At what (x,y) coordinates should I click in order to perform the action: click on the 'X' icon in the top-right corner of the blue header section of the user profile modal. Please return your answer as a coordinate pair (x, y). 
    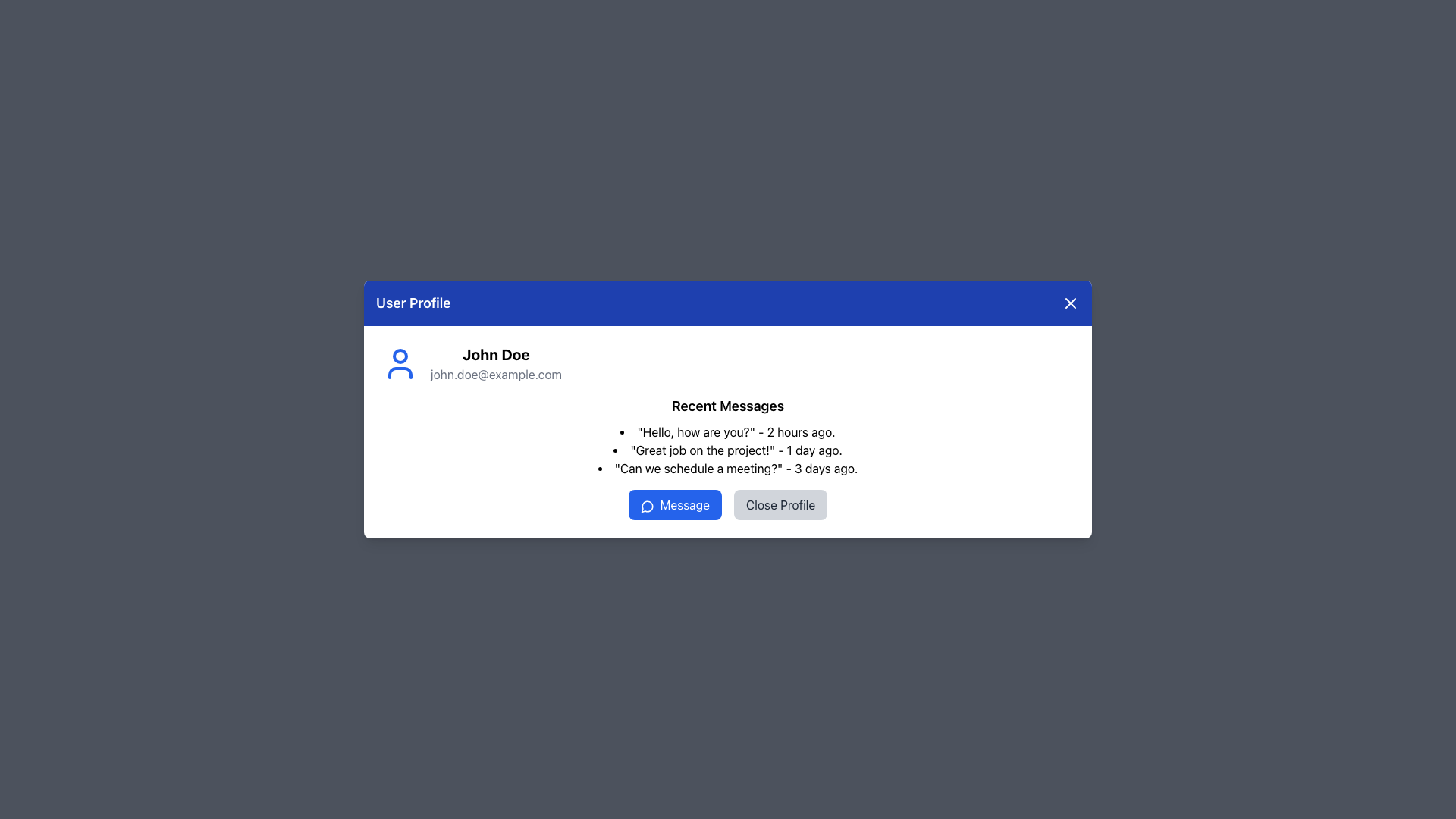
    Looking at the image, I should click on (1069, 303).